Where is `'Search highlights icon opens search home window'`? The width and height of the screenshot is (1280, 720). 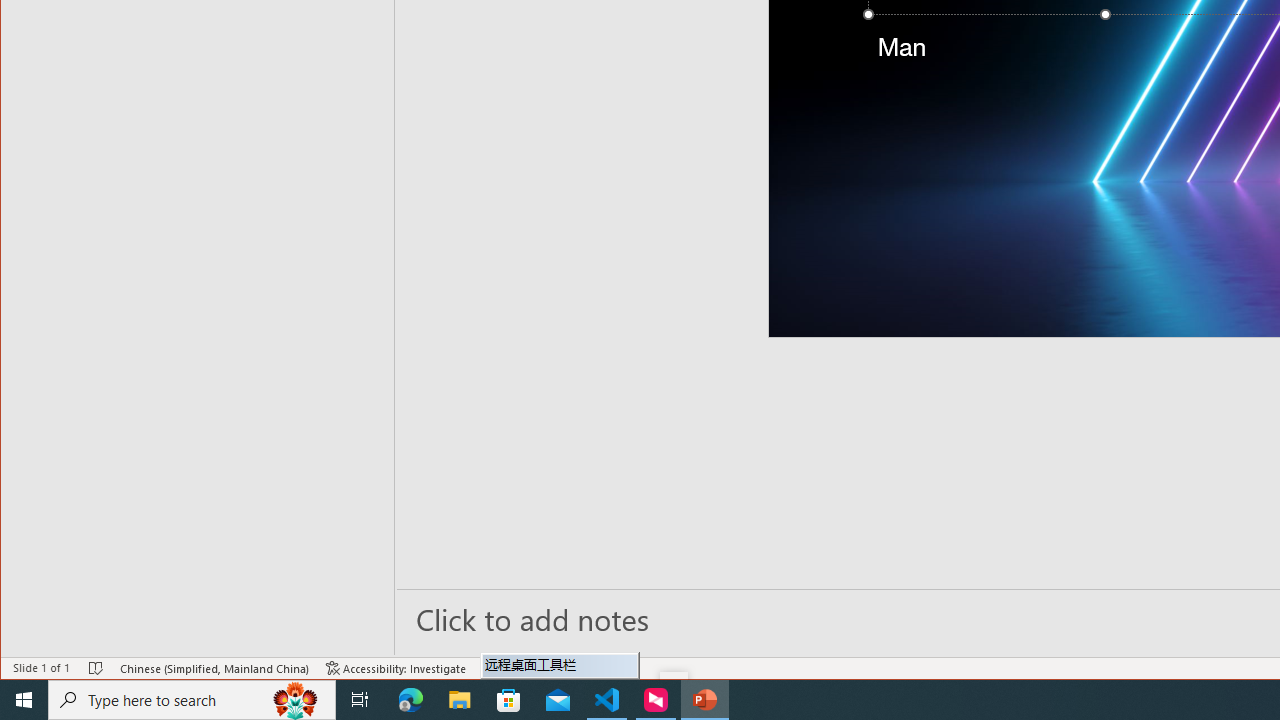
'Search highlights icon opens search home window' is located at coordinates (294, 698).